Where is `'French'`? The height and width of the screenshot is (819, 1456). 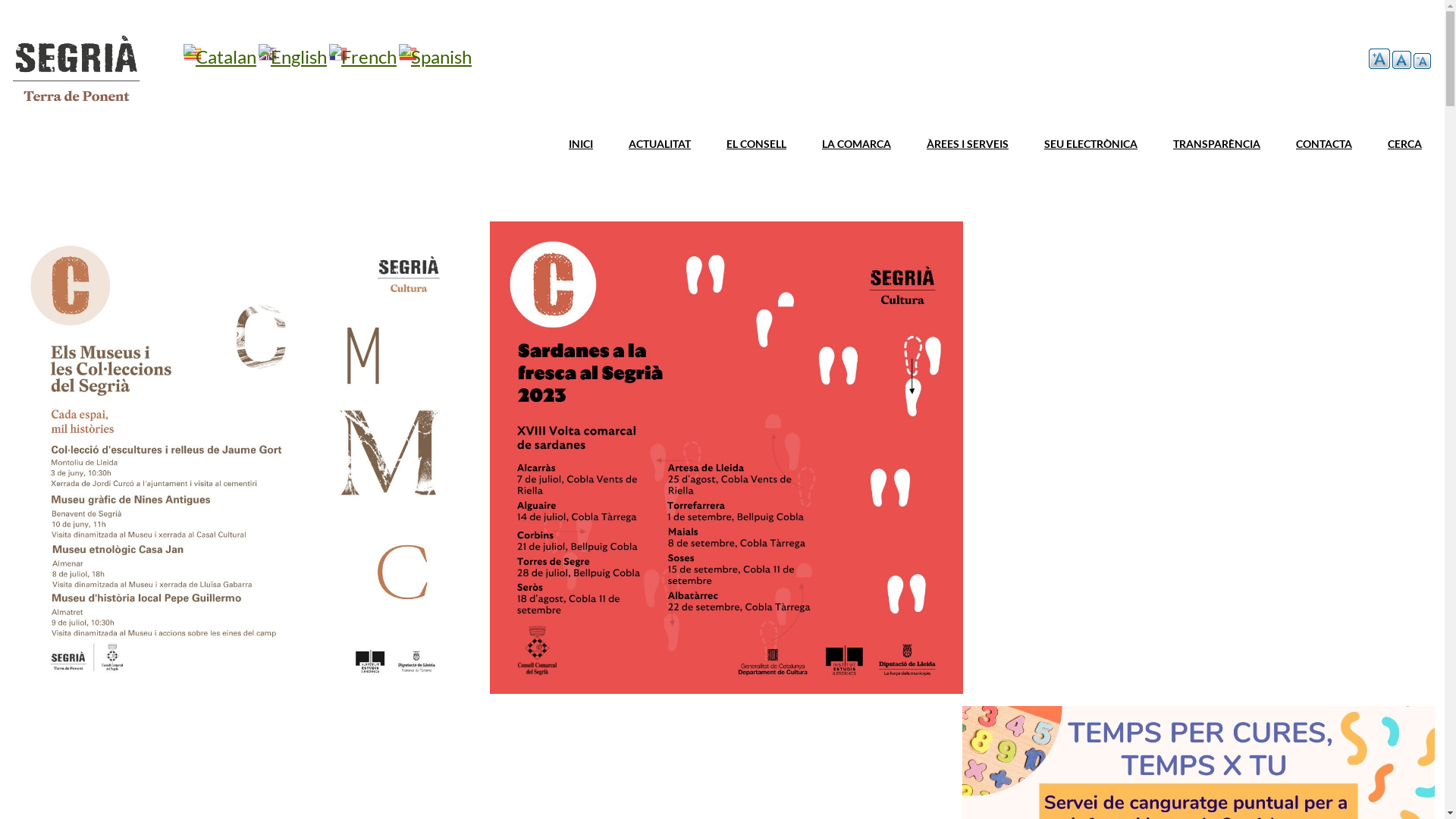
'French' is located at coordinates (362, 55).